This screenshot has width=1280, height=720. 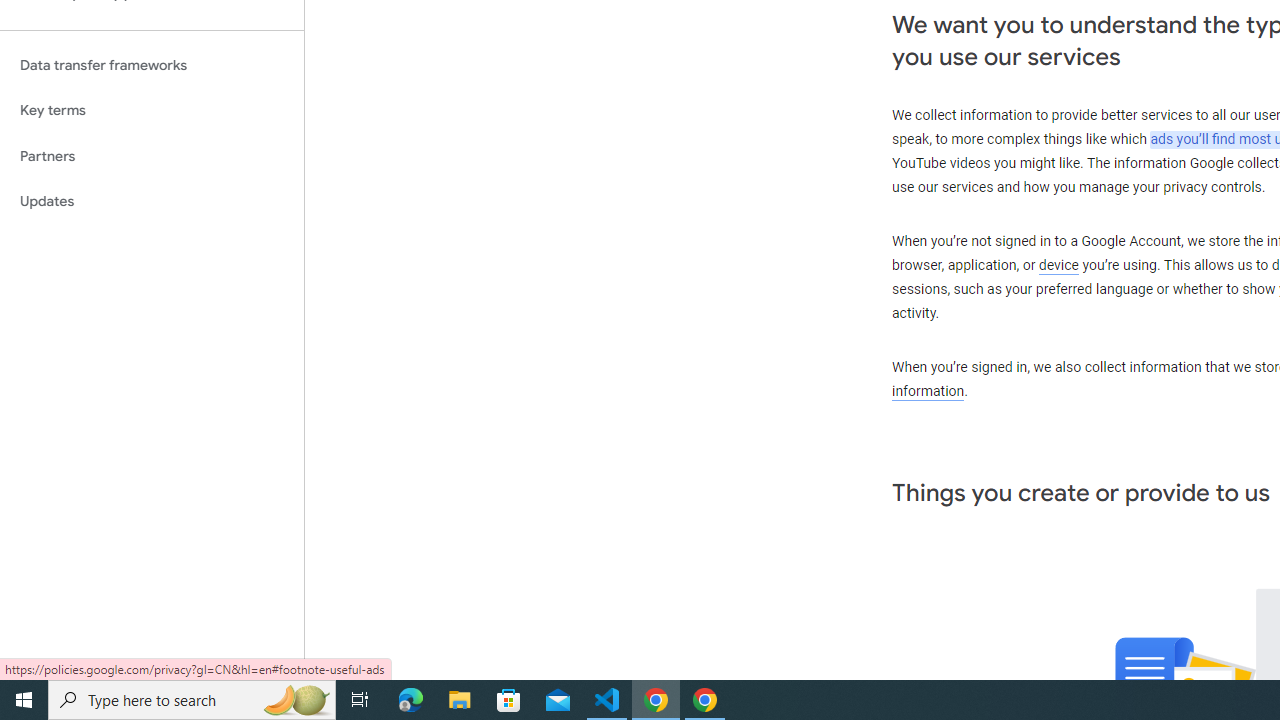 I want to click on 'device', so click(x=1058, y=264).